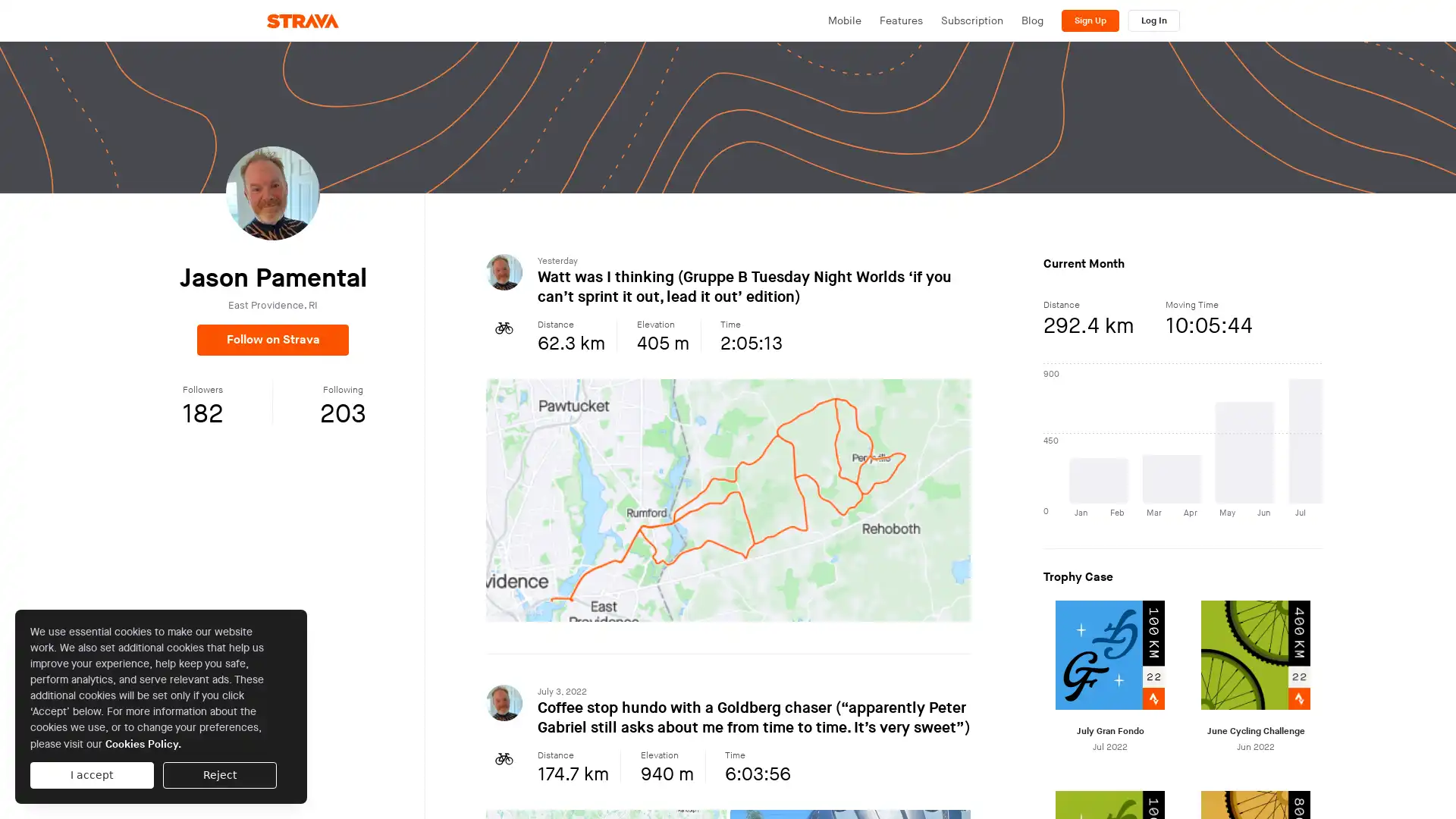 This screenshot has height=819, width=1456. What do you see at coordinates (218, 775) in the screenshot?
I see `Reject` at bounding box center [218, 775].